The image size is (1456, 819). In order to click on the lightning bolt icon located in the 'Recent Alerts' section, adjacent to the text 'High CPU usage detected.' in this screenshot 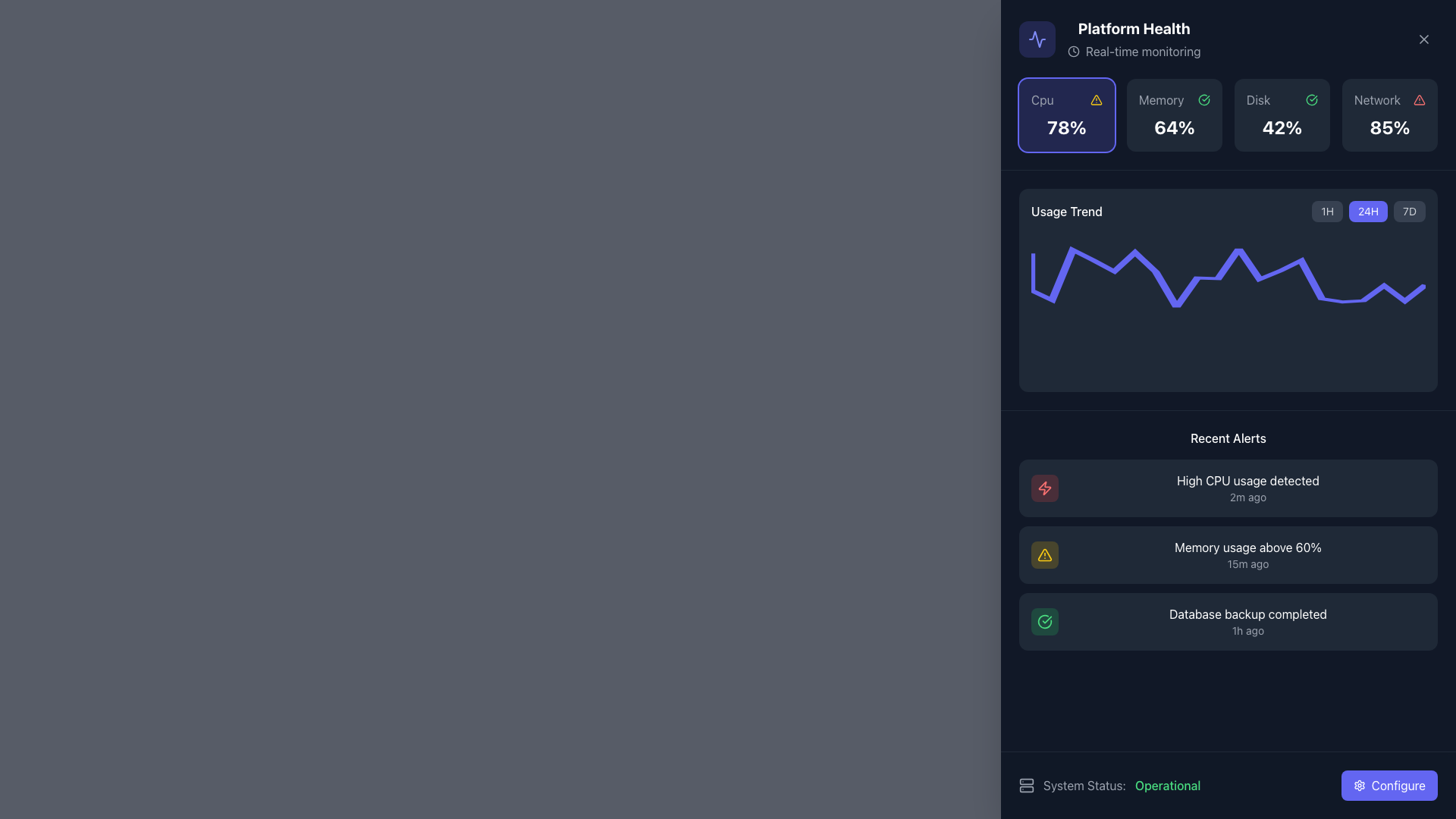, I will do `click(1043, 488)`.